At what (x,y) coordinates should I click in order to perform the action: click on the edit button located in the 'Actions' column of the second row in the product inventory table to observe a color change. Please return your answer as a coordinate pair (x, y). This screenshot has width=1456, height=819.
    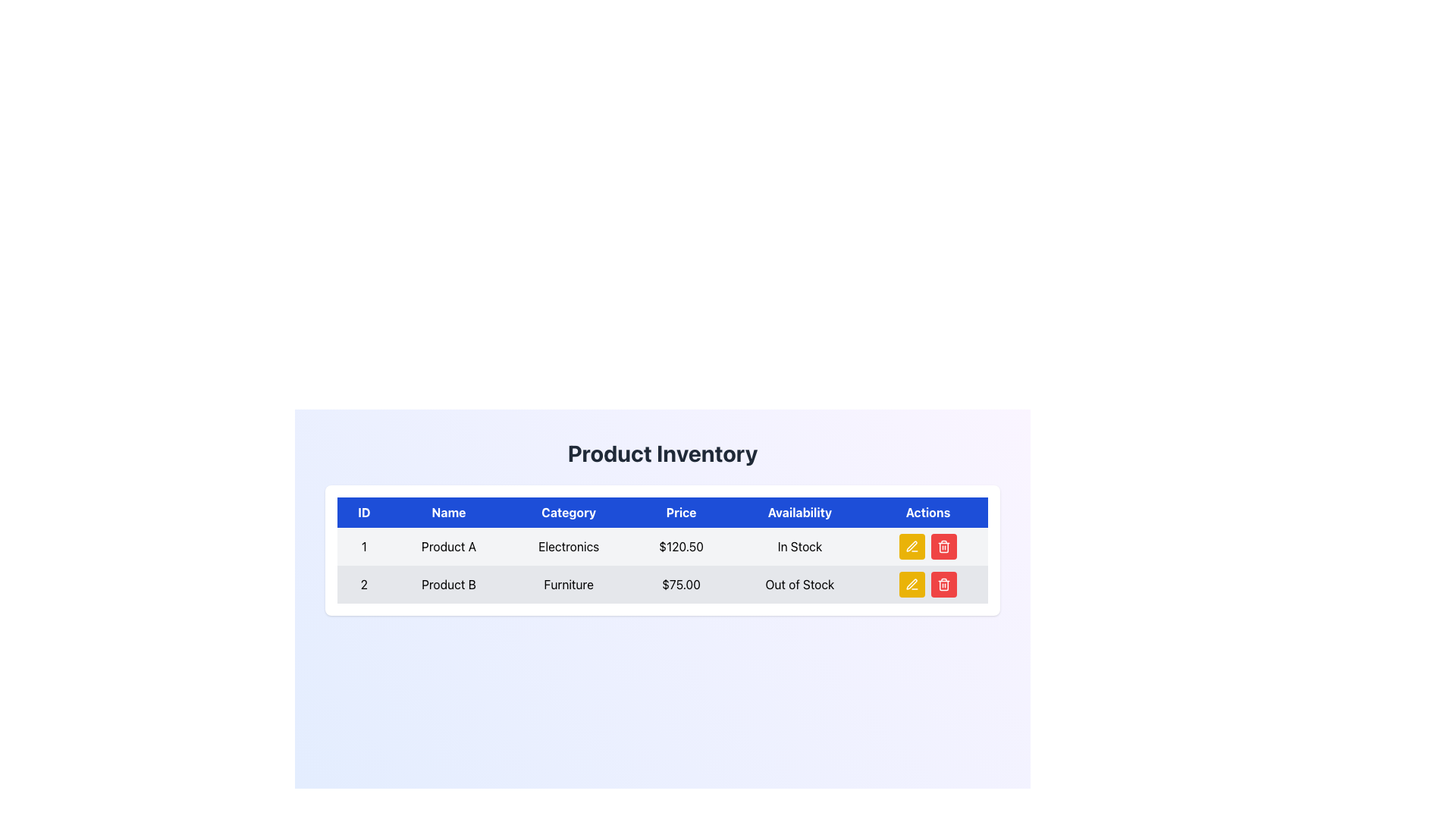
    Looking at the image, I should click on (911, 584).